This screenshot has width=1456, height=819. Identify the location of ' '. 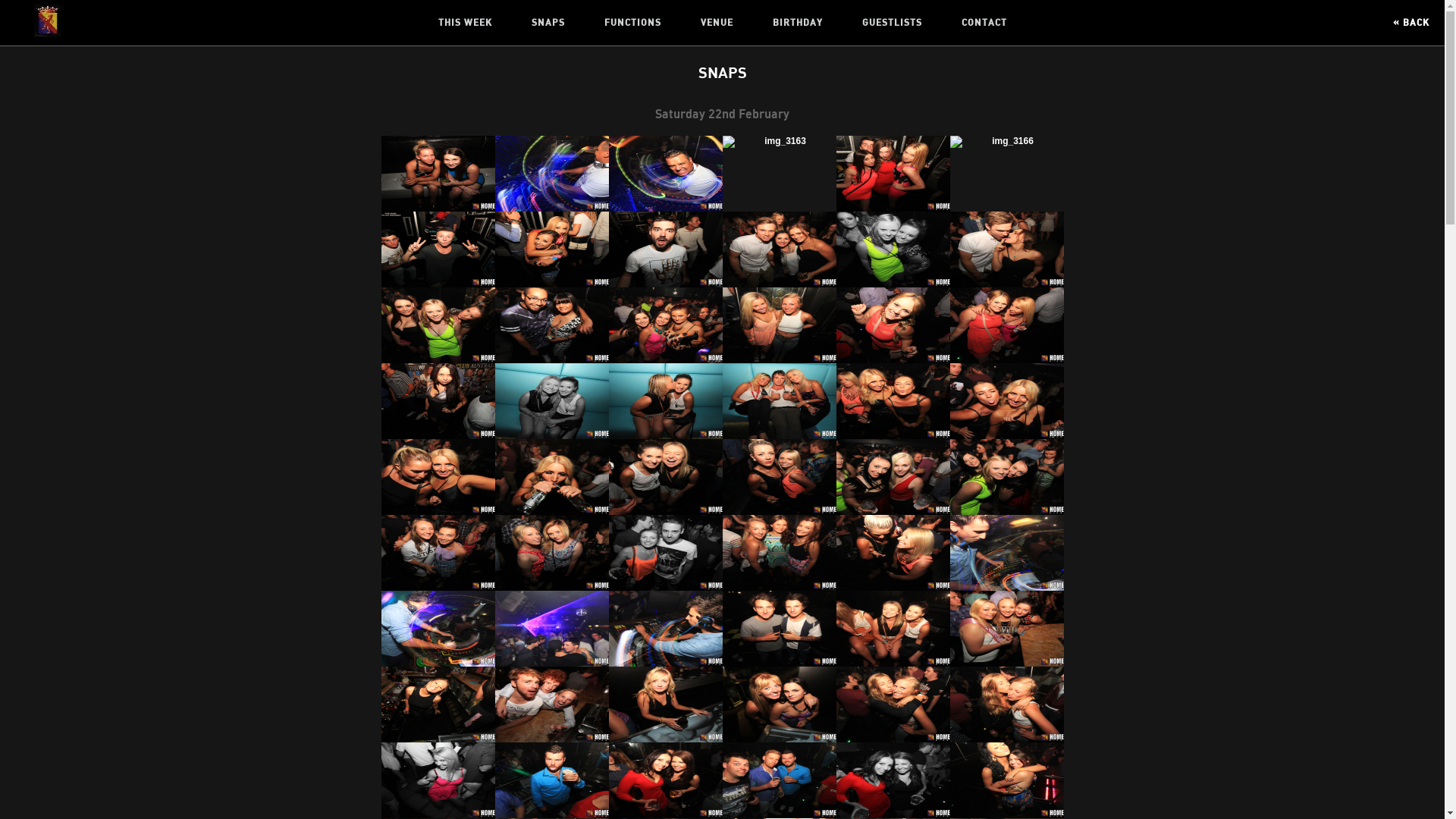
(1006, 780).